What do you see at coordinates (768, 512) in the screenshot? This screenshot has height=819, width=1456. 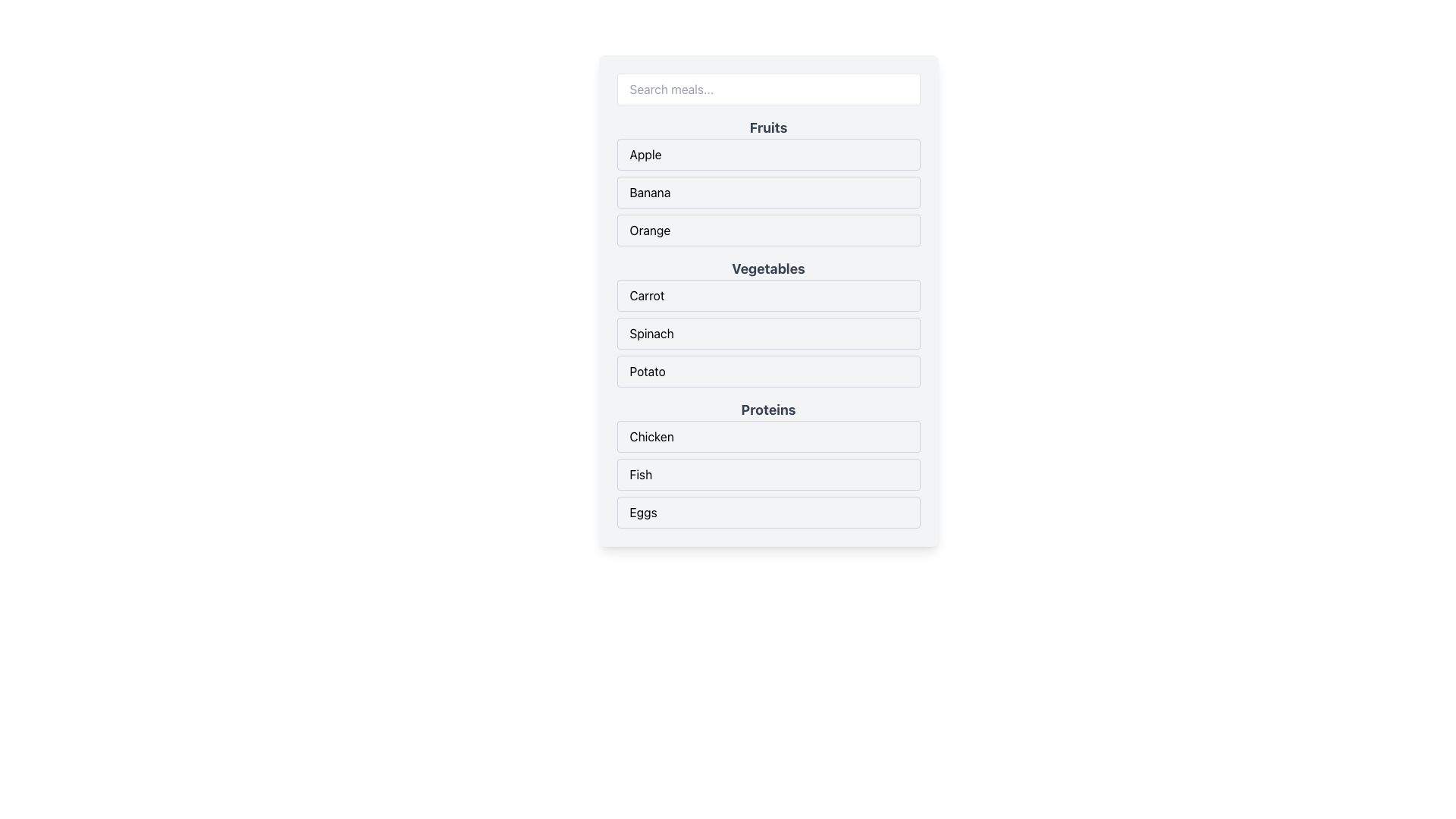 I see `the 'Eggs' list item, which is the last selectable option in the 'Proteins' category, located below the 'Fish' item` at bounding box center [768, 512].